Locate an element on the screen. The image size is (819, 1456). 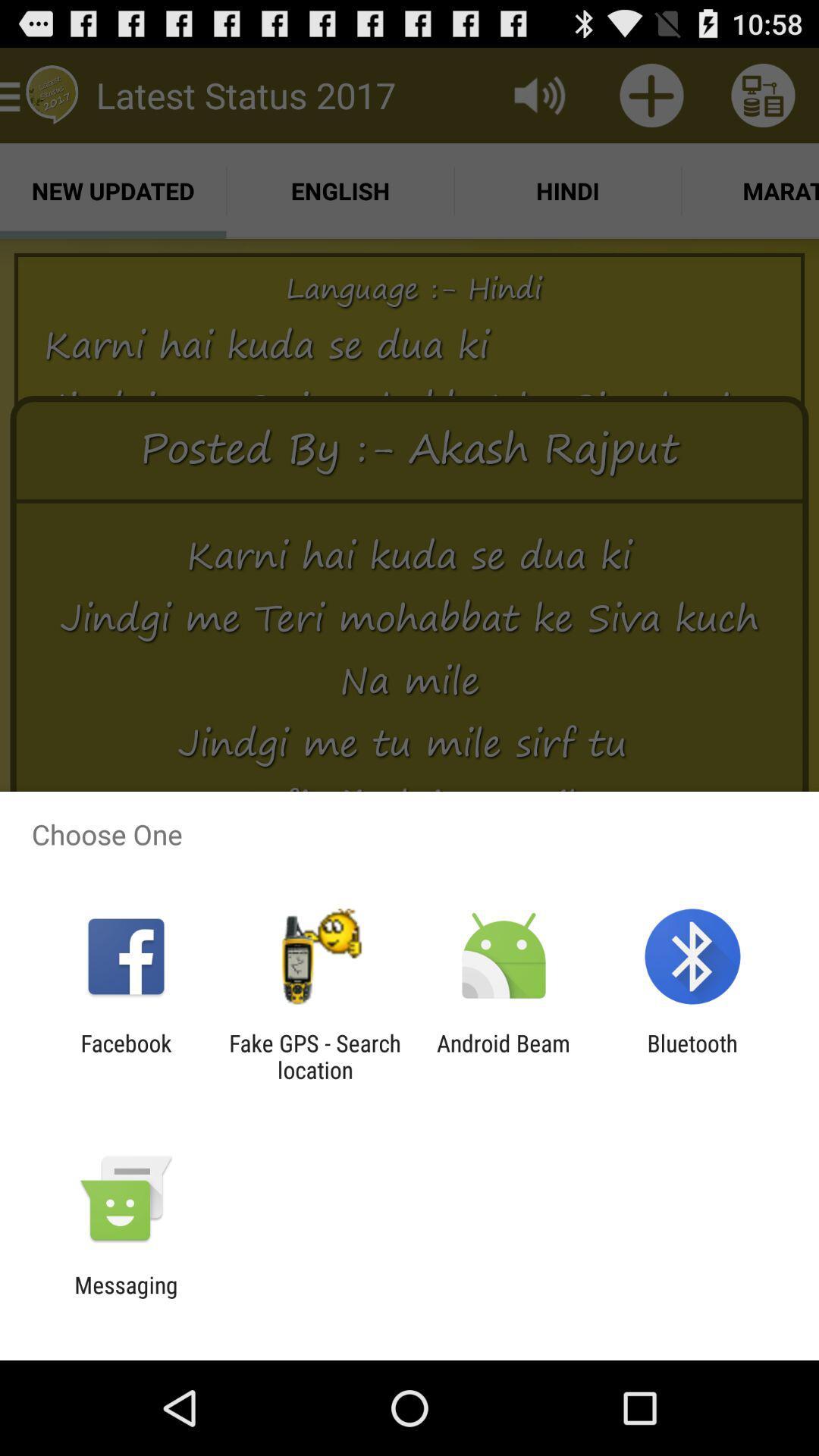
android beam icon is located at coordinates (504, 1056).